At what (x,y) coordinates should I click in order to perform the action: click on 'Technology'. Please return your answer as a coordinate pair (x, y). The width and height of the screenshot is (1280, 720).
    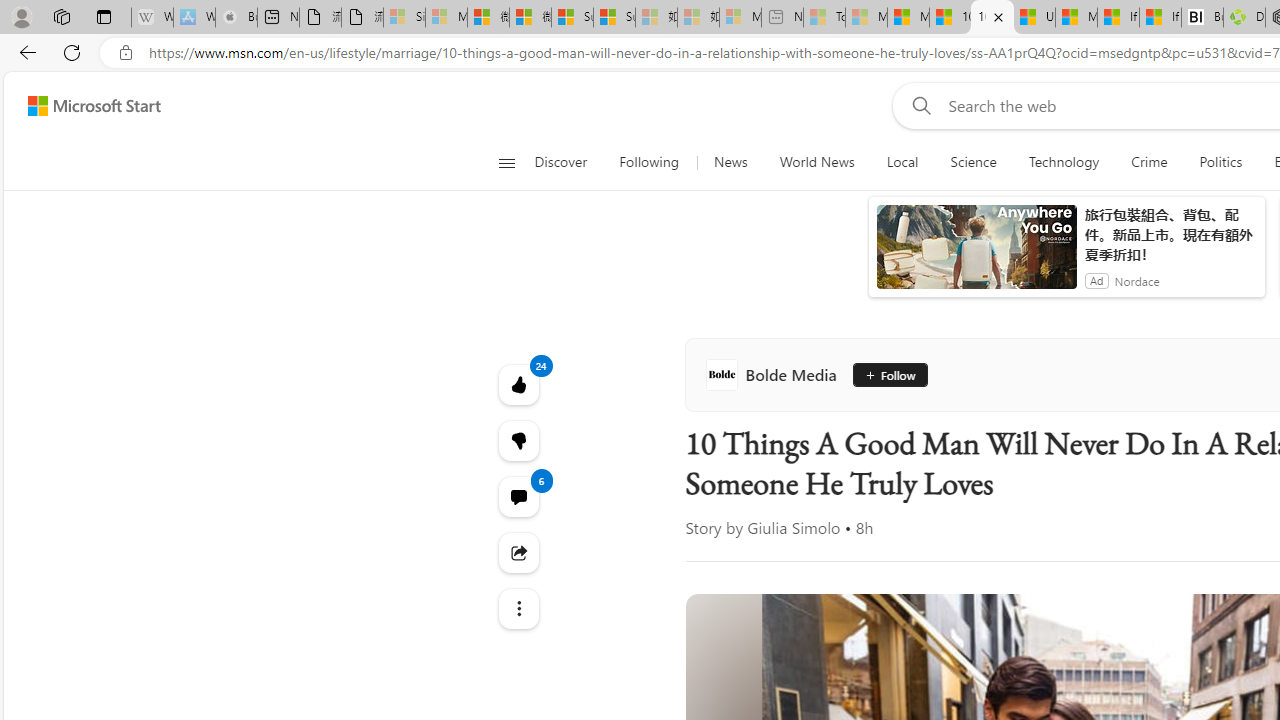
    Looking at the image, I should click on (1063, 162).